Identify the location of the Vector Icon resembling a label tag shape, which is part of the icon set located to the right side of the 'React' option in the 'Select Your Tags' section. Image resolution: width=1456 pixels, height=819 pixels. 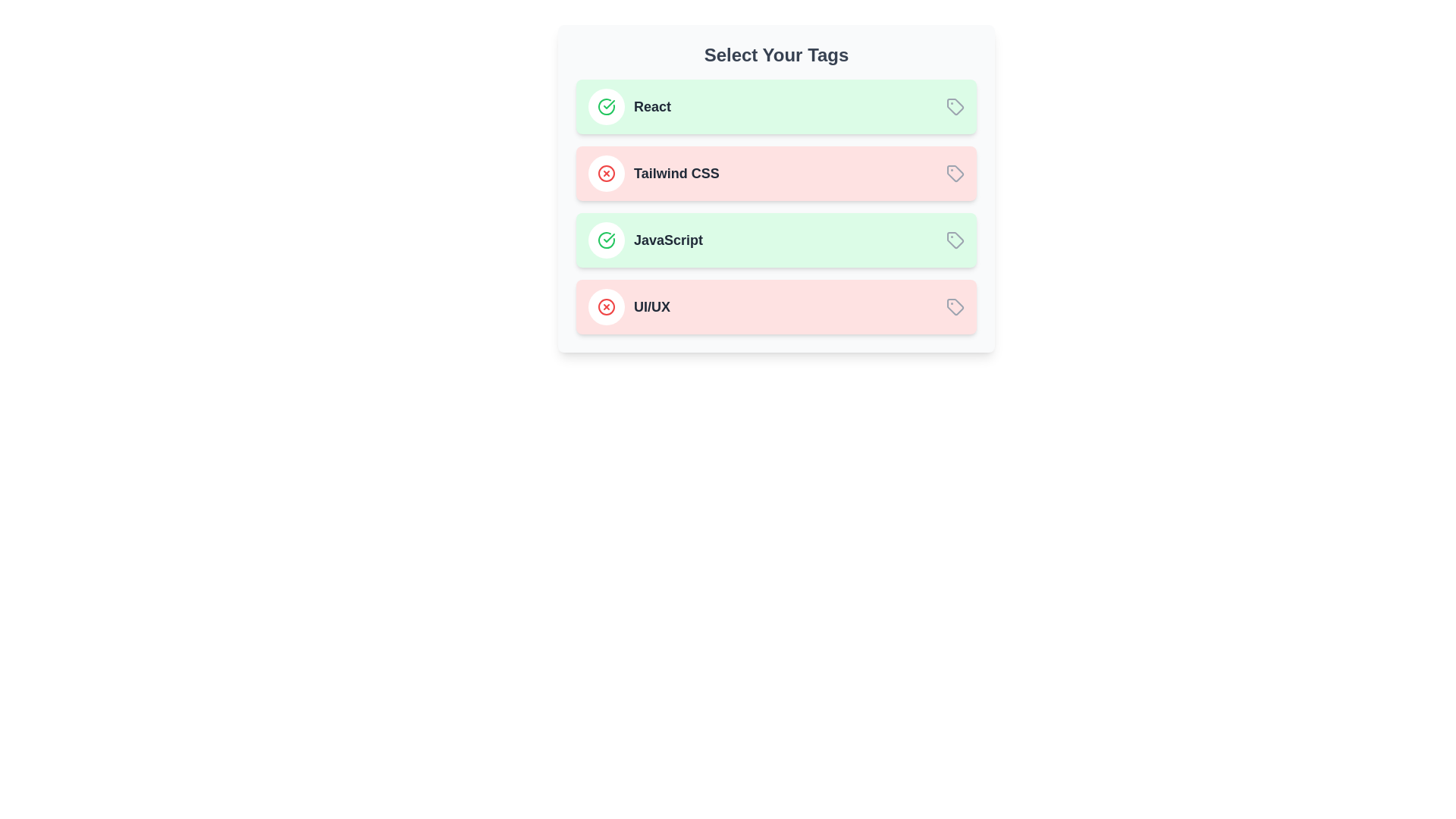
(954, 106).